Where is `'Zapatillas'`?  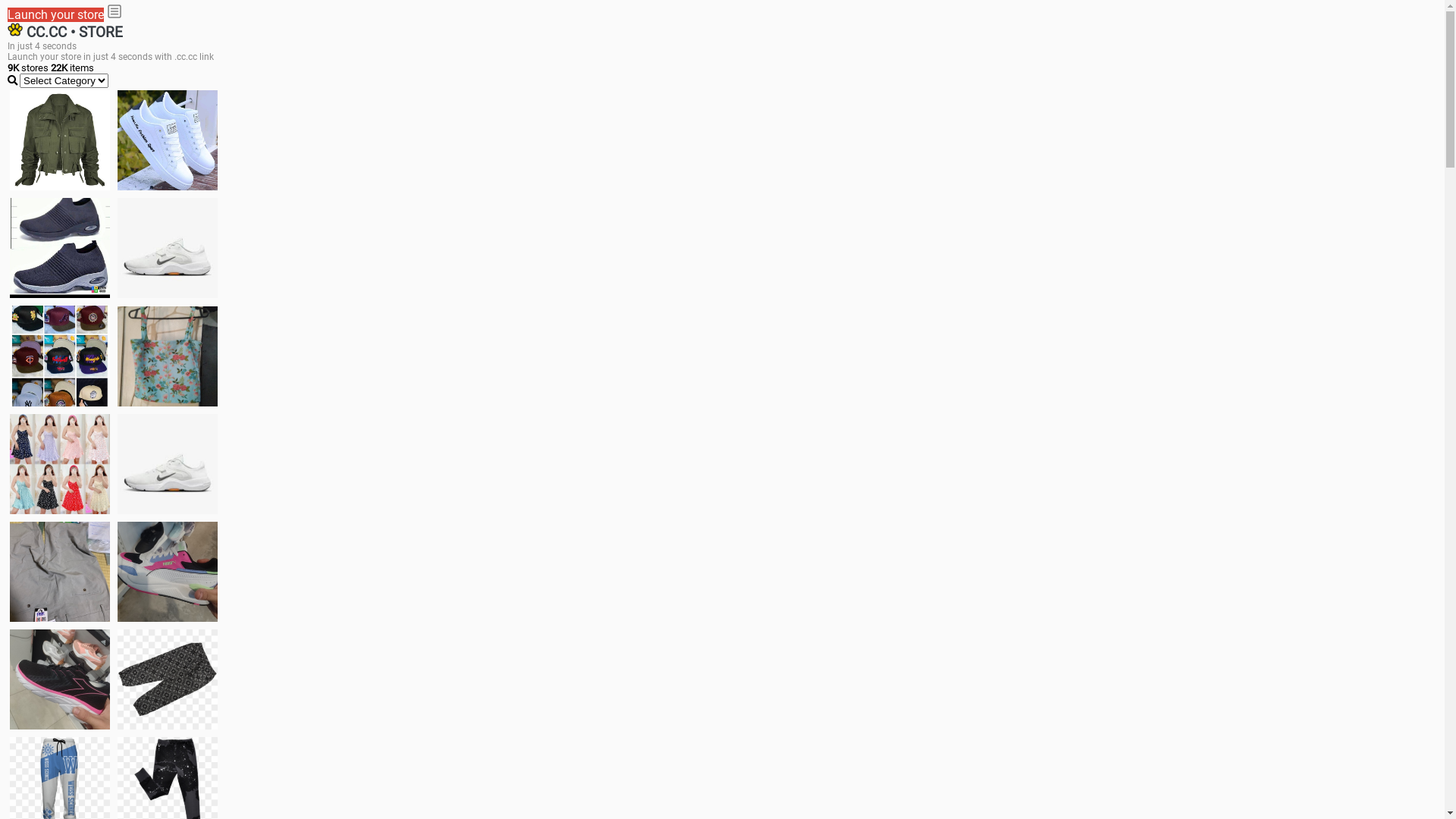
'Zapatillas' is located at coordinates (59, 678).